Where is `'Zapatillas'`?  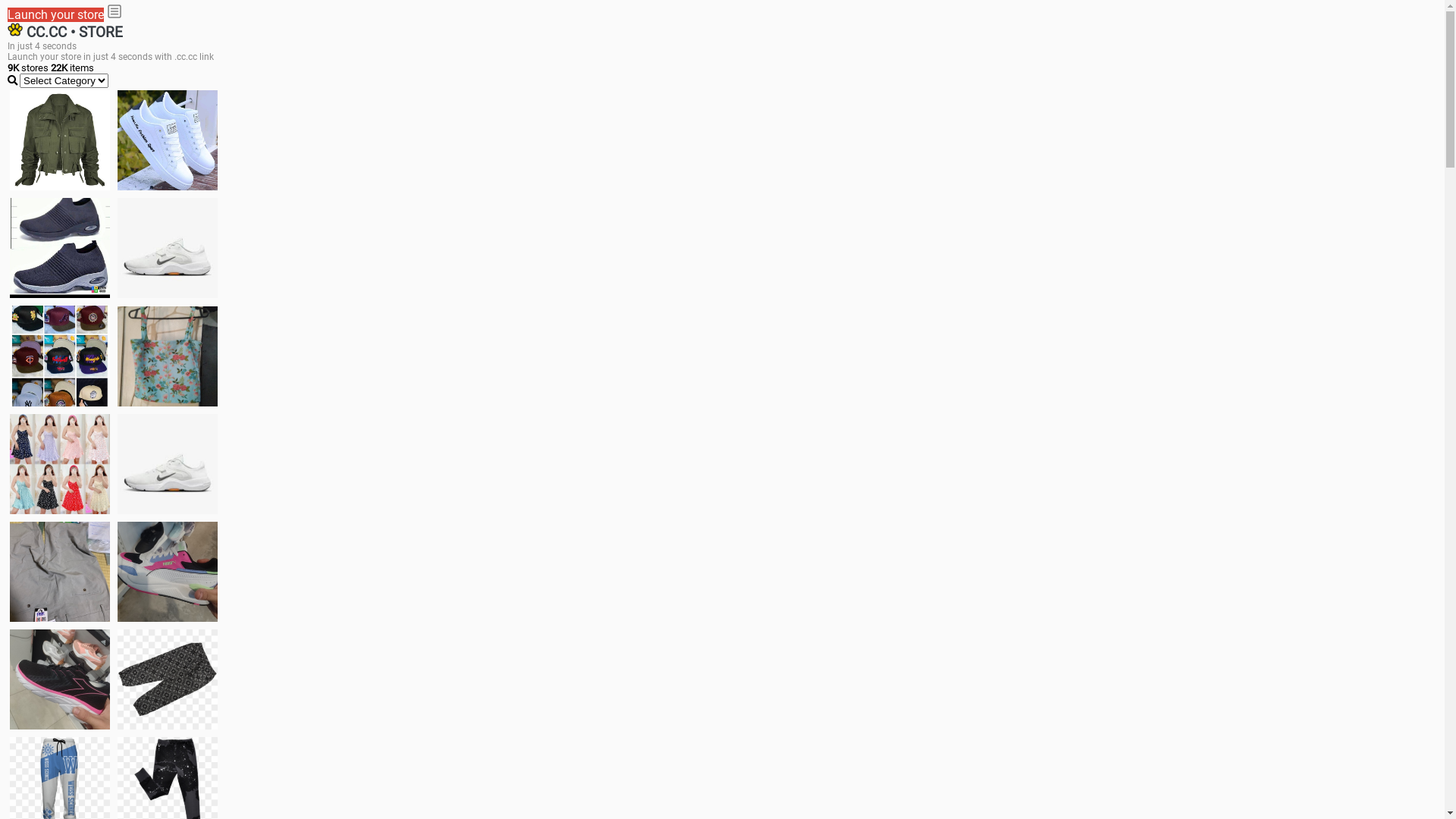
'Zapatillas' is located at coordinates (59, 678).